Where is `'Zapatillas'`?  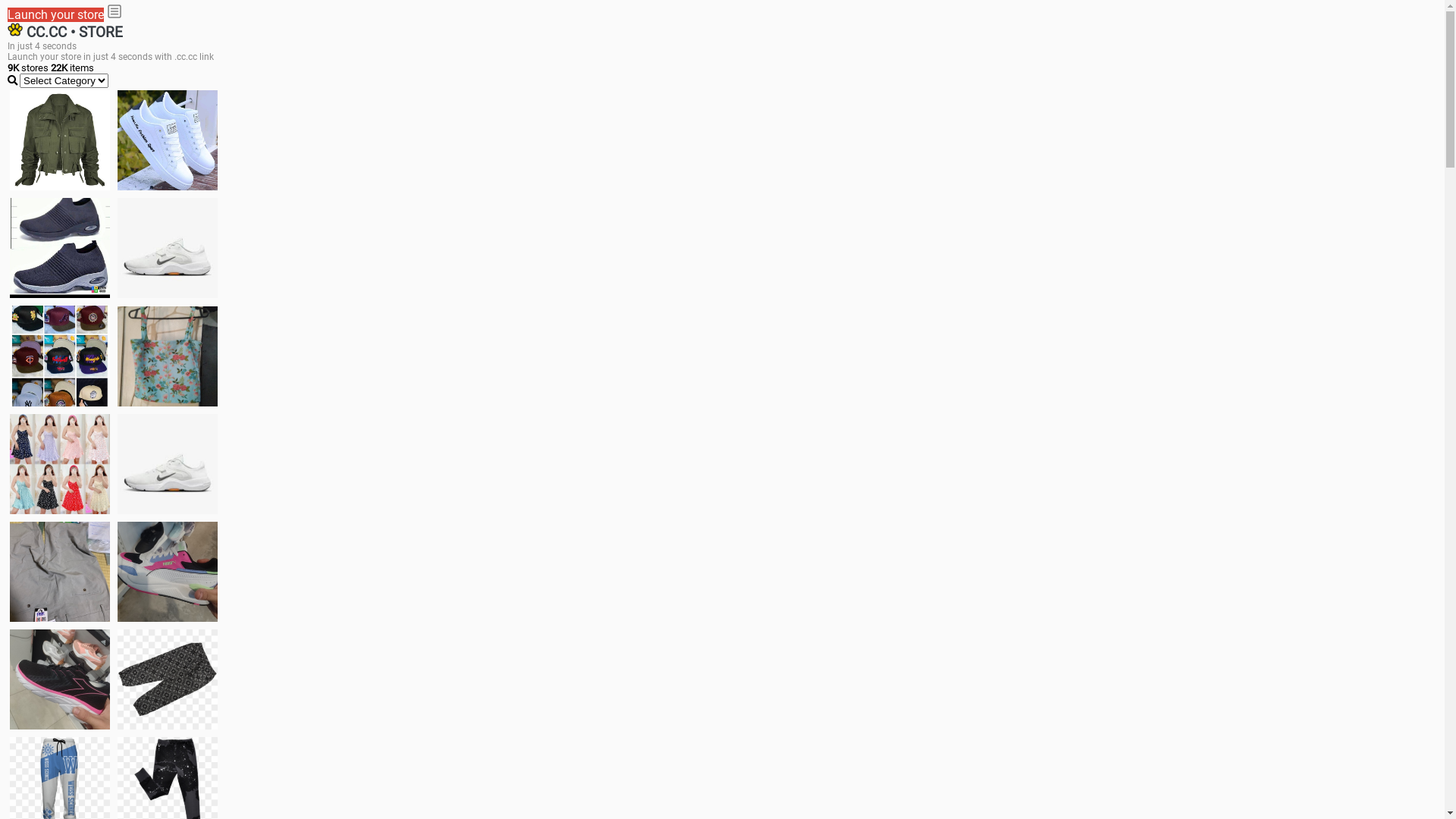
'Zapatillas' is located at coordinates (59, 678).